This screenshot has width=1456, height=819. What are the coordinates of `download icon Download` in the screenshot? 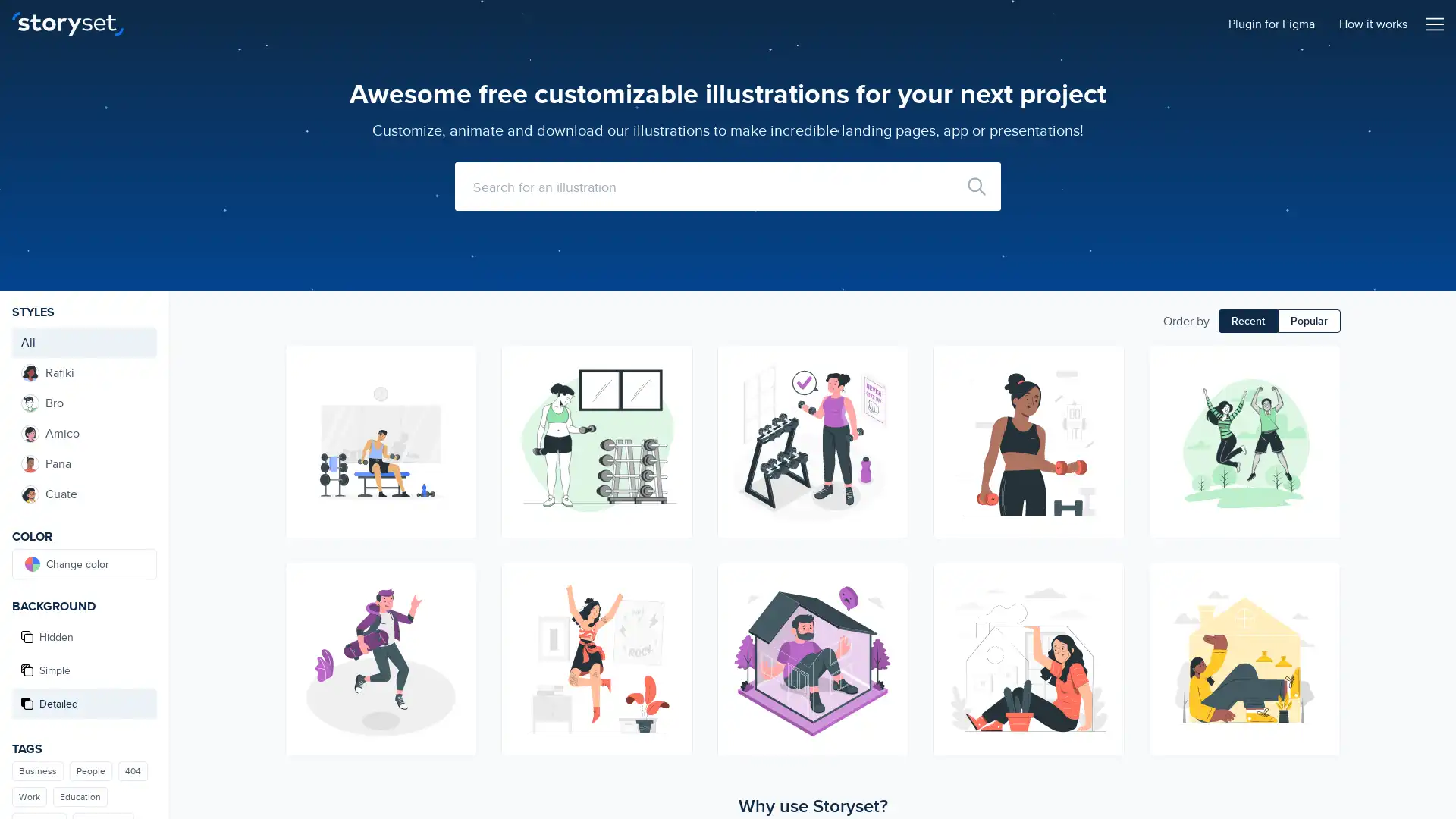 It's located at (1106, 391).